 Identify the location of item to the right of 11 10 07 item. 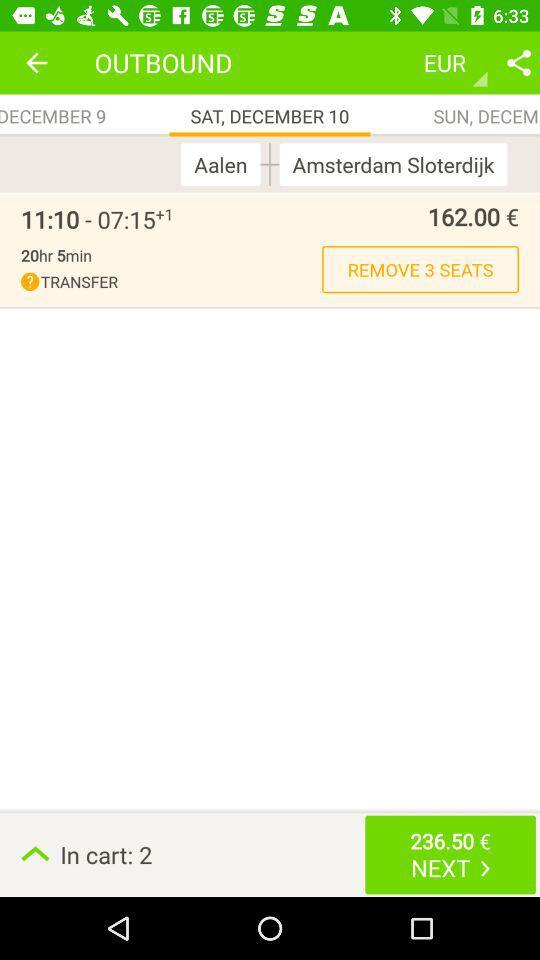
(163, 214).